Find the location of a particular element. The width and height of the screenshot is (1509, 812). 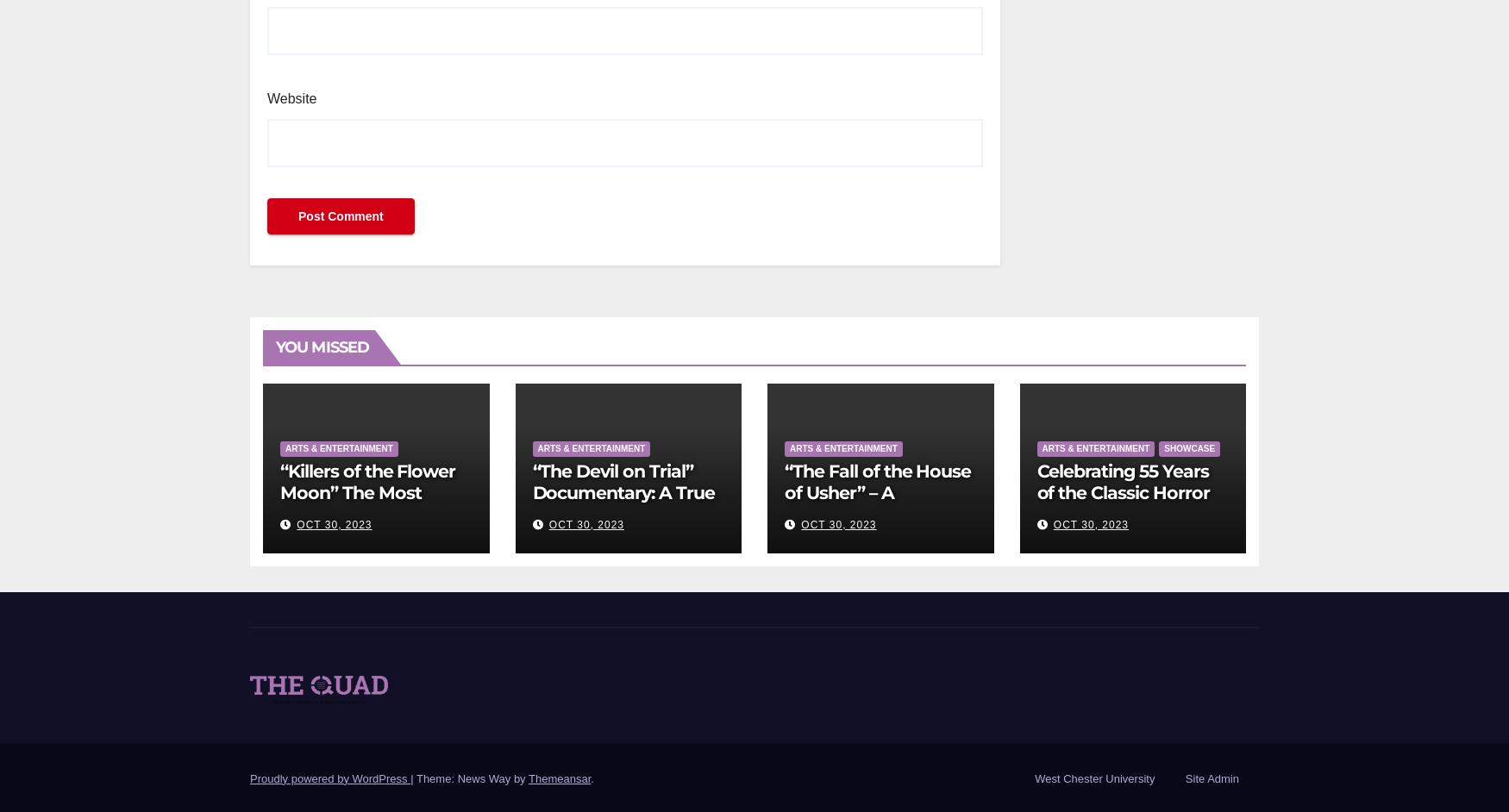

'Celebrating 55 Years of the Classic Horror Movie, “Night of the Living Dead”' is located at coordinates (1122, 503).